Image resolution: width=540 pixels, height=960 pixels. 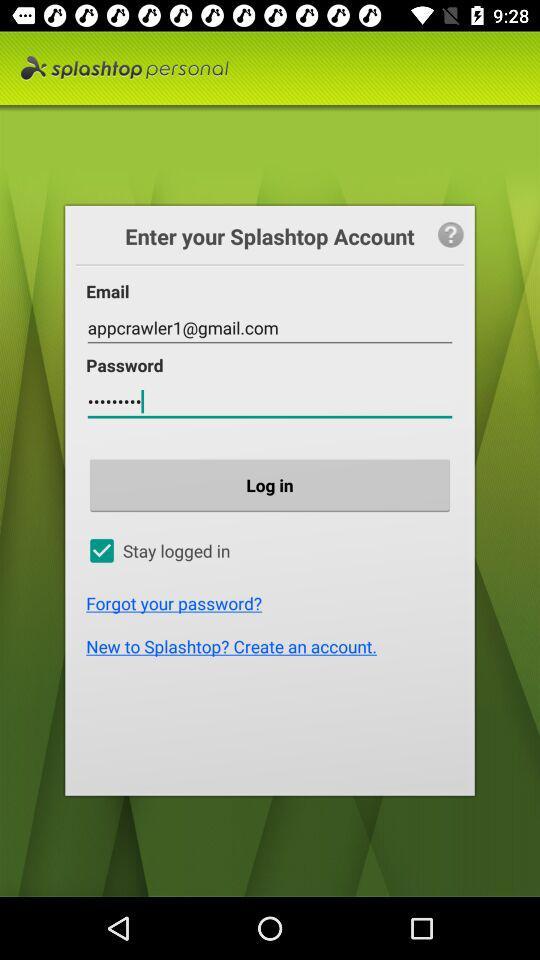 I want to click on the option below logged in, so click(x=274, y=602).